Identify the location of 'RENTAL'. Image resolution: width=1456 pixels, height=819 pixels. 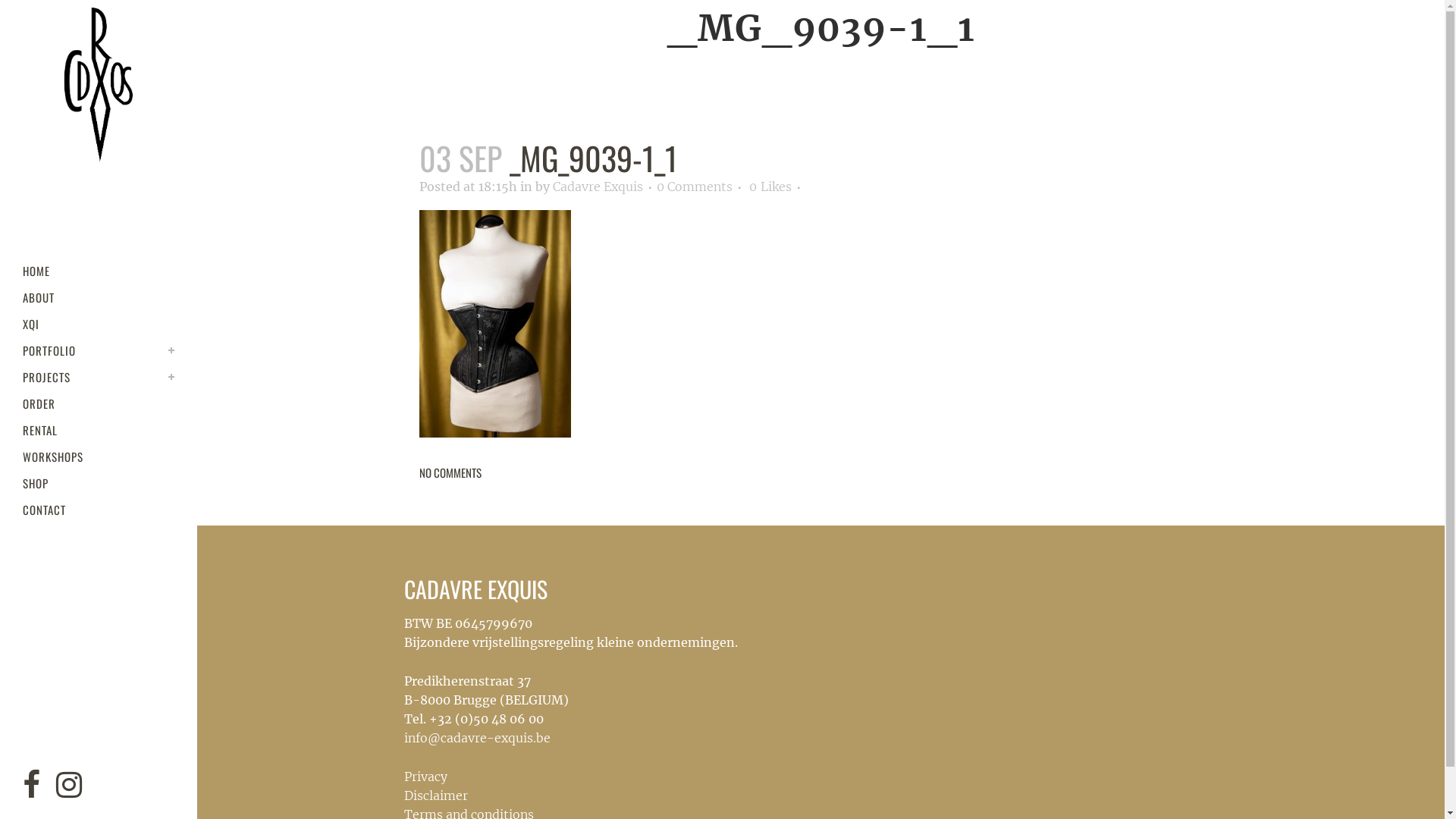
(97, 430).